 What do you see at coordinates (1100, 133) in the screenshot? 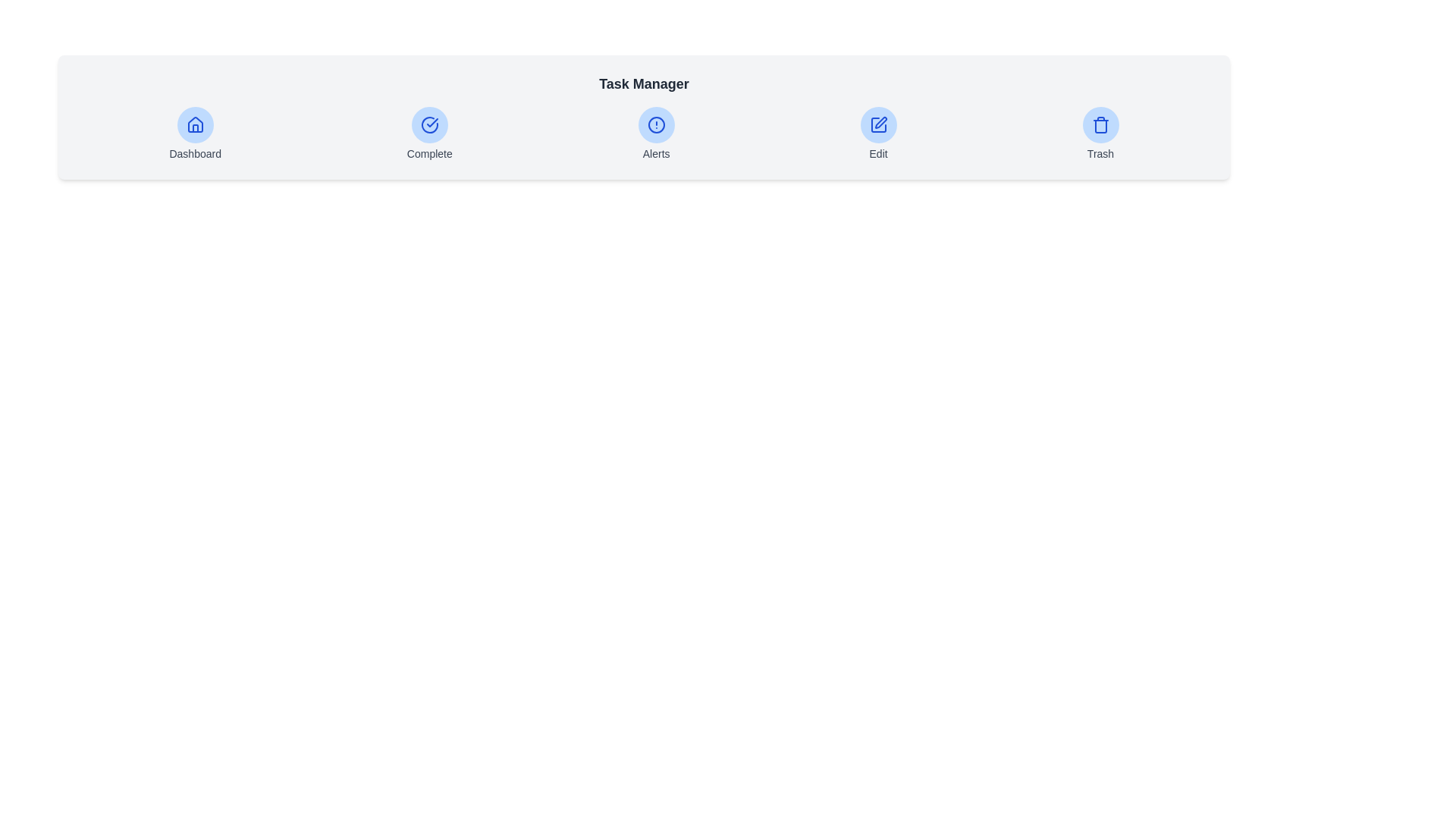
I see `the rounded blue icon button with a trash bin icon and the label 'Trash' below it` at bounding box center [1100, 133].